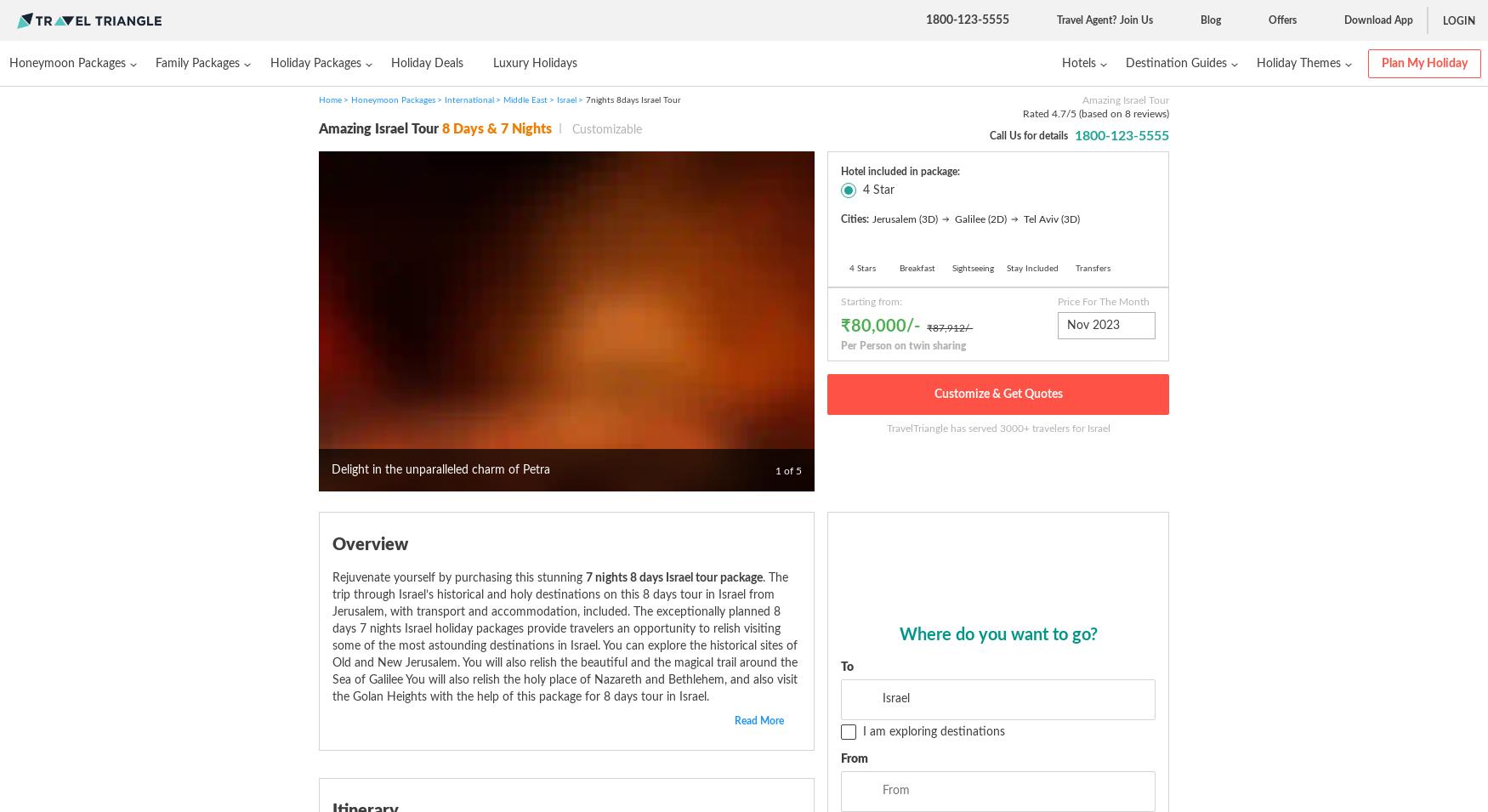 This screenshot has height=812, width=1488. Describe the element at coordinates (67, 62) in the screenshot. I see `'Honeymoon Packages'` at that location.